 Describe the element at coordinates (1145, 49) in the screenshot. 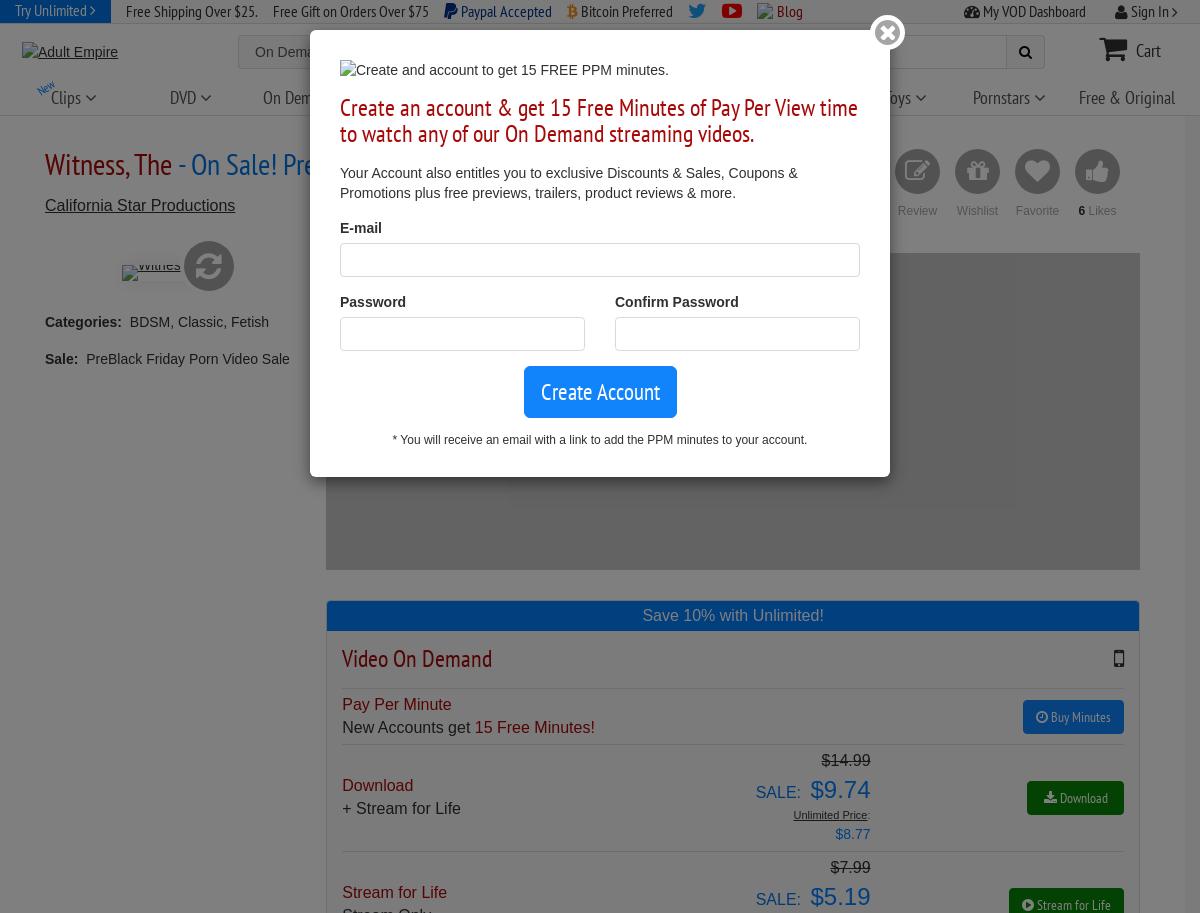

I see `'Cart'` at that location.